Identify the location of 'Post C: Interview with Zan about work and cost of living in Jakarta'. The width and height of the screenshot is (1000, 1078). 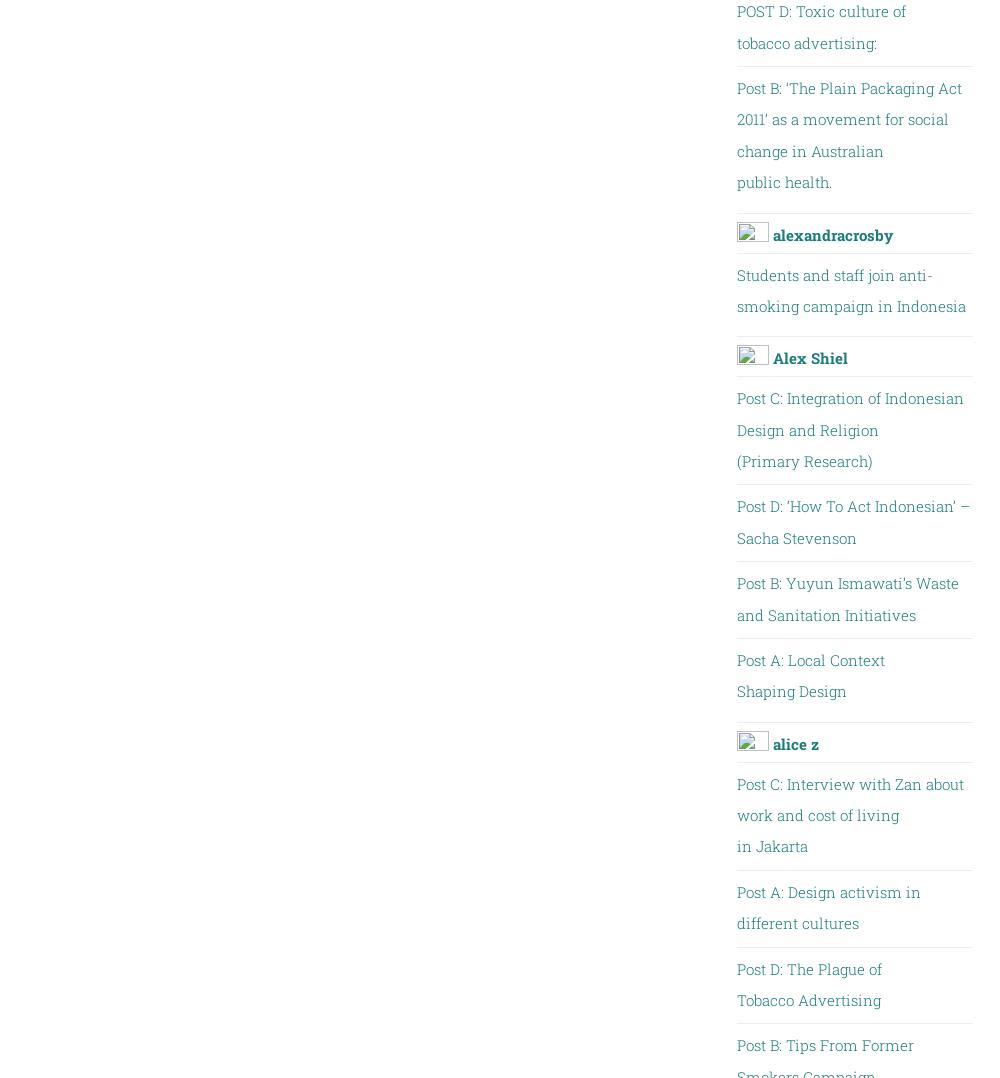
(848, 814).